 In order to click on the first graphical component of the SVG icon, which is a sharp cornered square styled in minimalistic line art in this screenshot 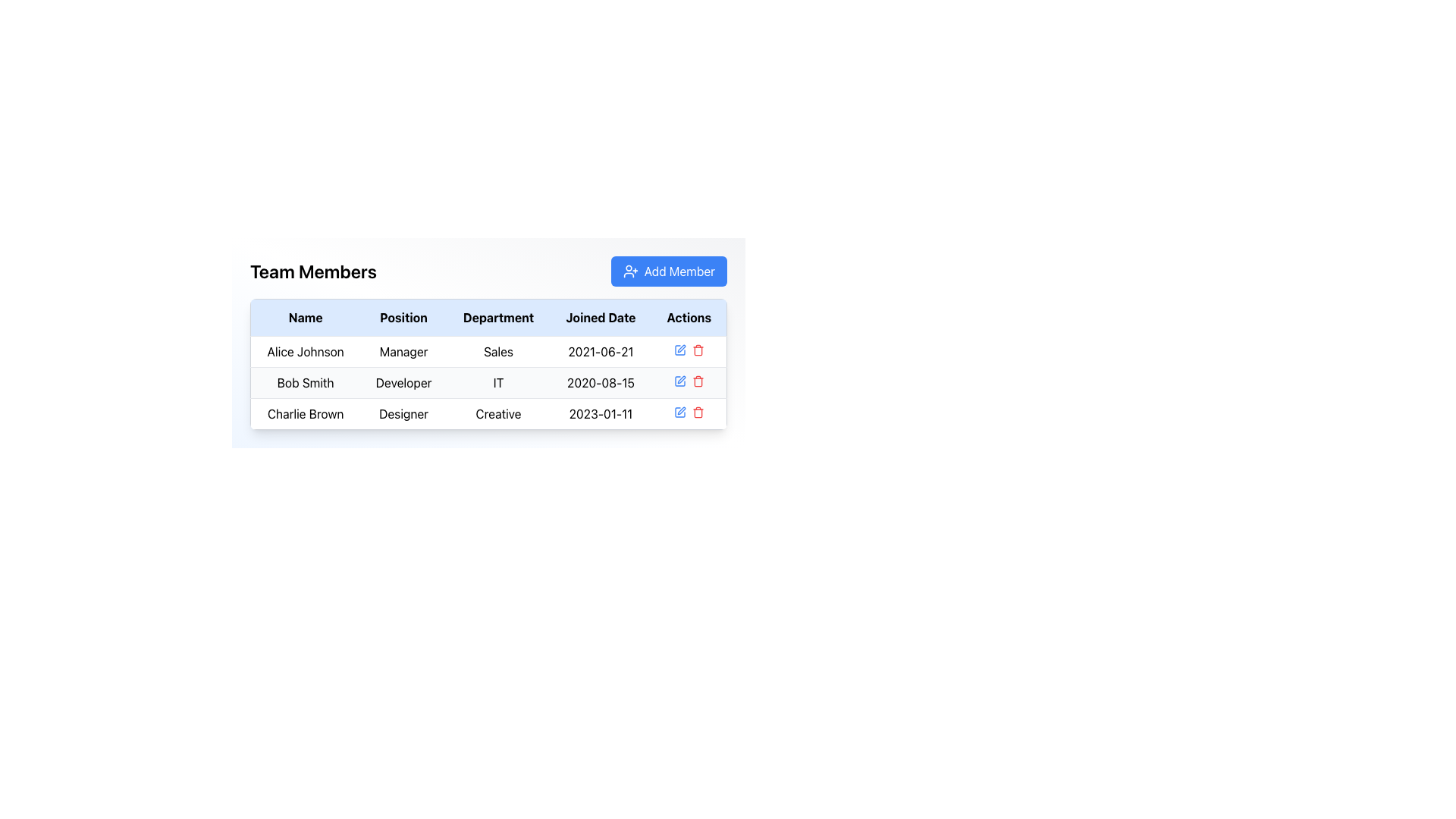, I will do `click(679, 412)`.